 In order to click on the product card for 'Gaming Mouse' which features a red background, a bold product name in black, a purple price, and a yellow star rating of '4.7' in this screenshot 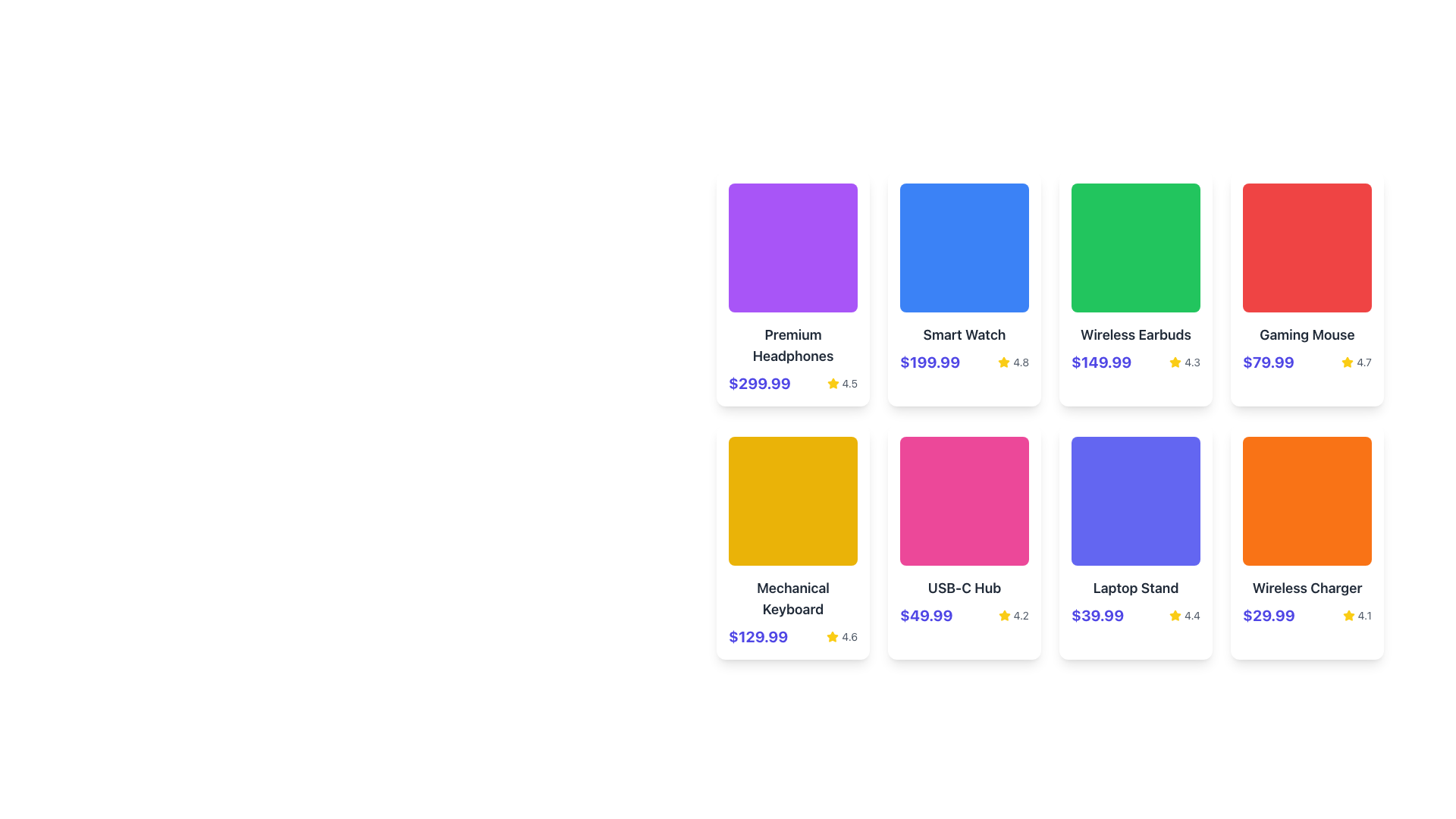, I will do `click(1306, 289)`.